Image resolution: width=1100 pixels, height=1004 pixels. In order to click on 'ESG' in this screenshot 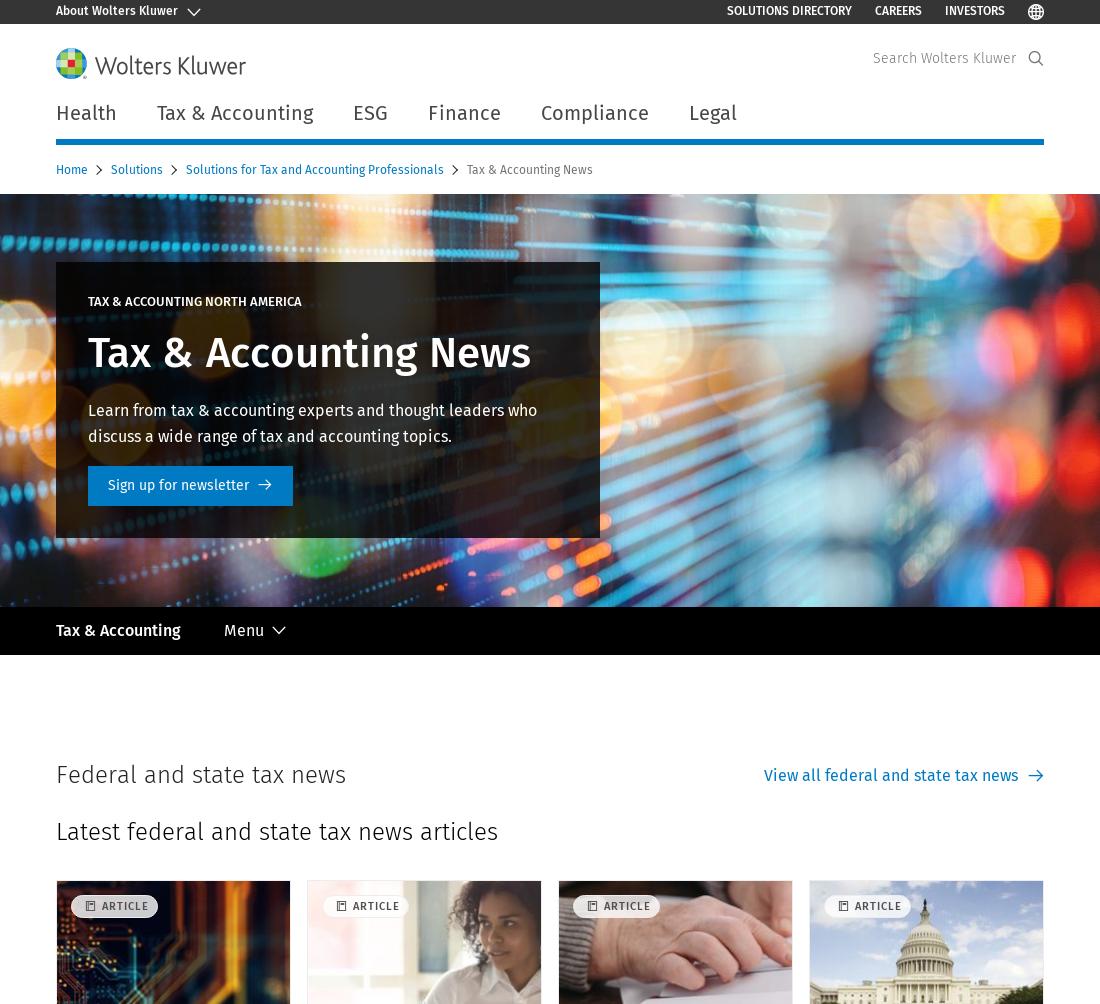, I will do `click(352, 112)`.